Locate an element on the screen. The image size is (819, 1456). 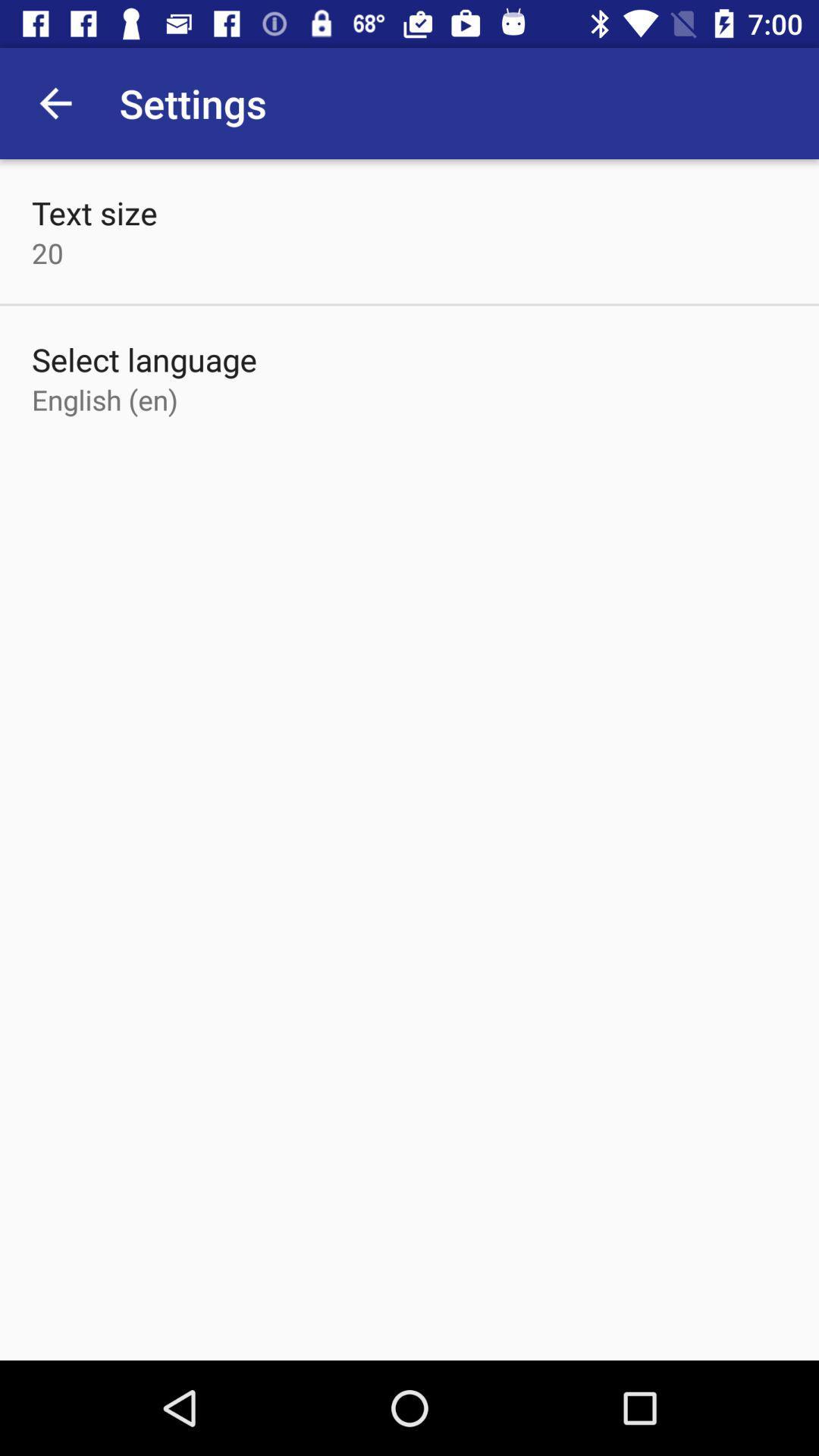
item above the 20 item is located at coordinates (94, 212).